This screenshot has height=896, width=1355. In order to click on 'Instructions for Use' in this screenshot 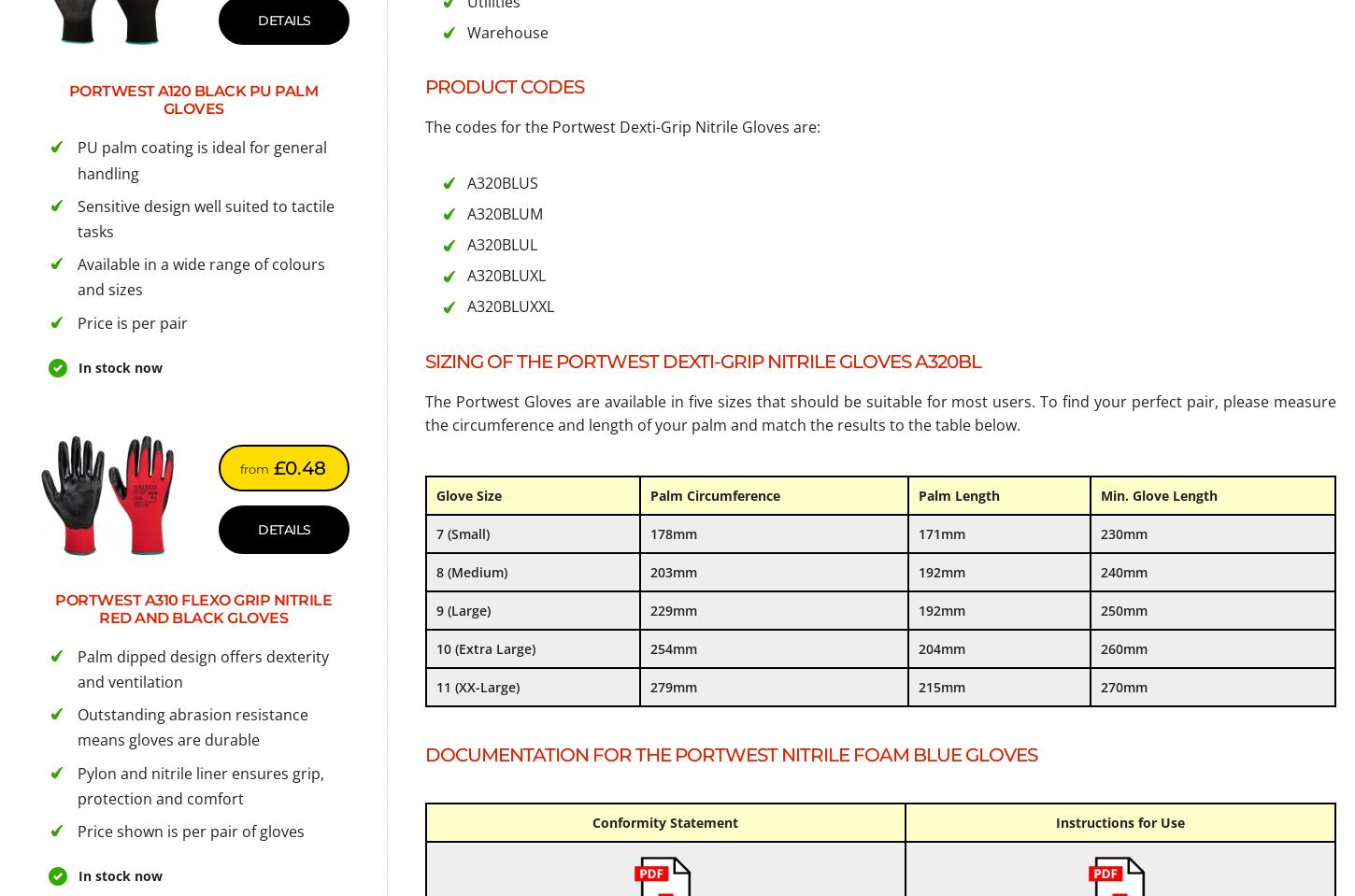, I will do `click(1118, 820)`.